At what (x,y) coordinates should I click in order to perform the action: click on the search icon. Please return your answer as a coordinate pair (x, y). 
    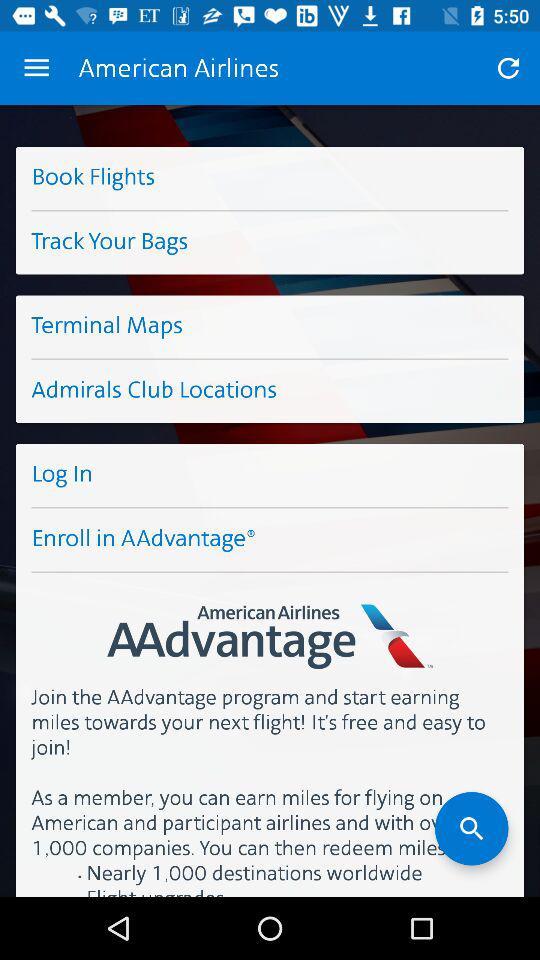
    Looking at the image, I should click on (471, 828).